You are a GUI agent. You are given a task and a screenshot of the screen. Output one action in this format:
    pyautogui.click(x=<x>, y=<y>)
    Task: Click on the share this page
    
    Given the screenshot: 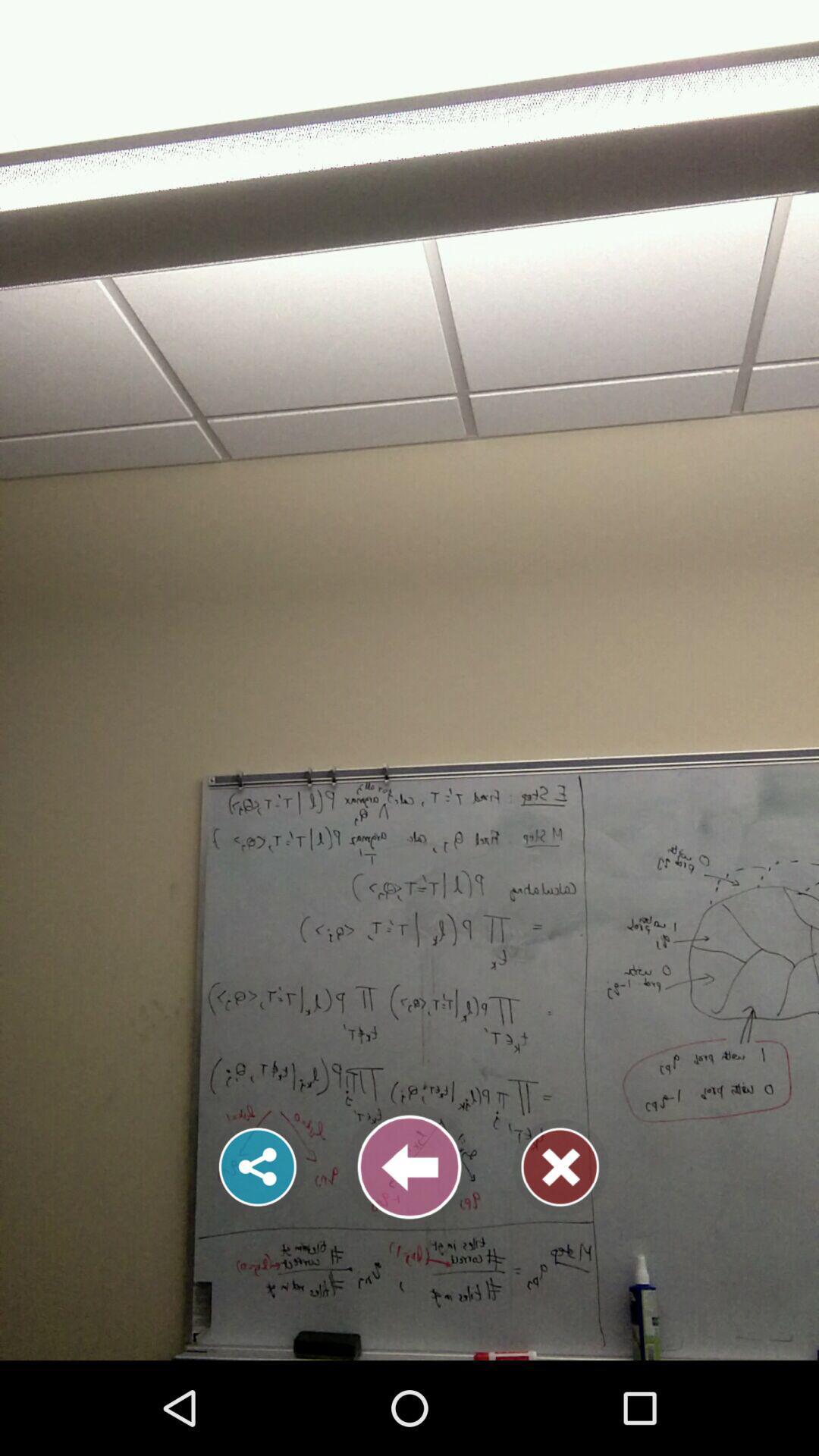 What is the action you would take?
    pyautogui.click(x=257, y=1166)
    